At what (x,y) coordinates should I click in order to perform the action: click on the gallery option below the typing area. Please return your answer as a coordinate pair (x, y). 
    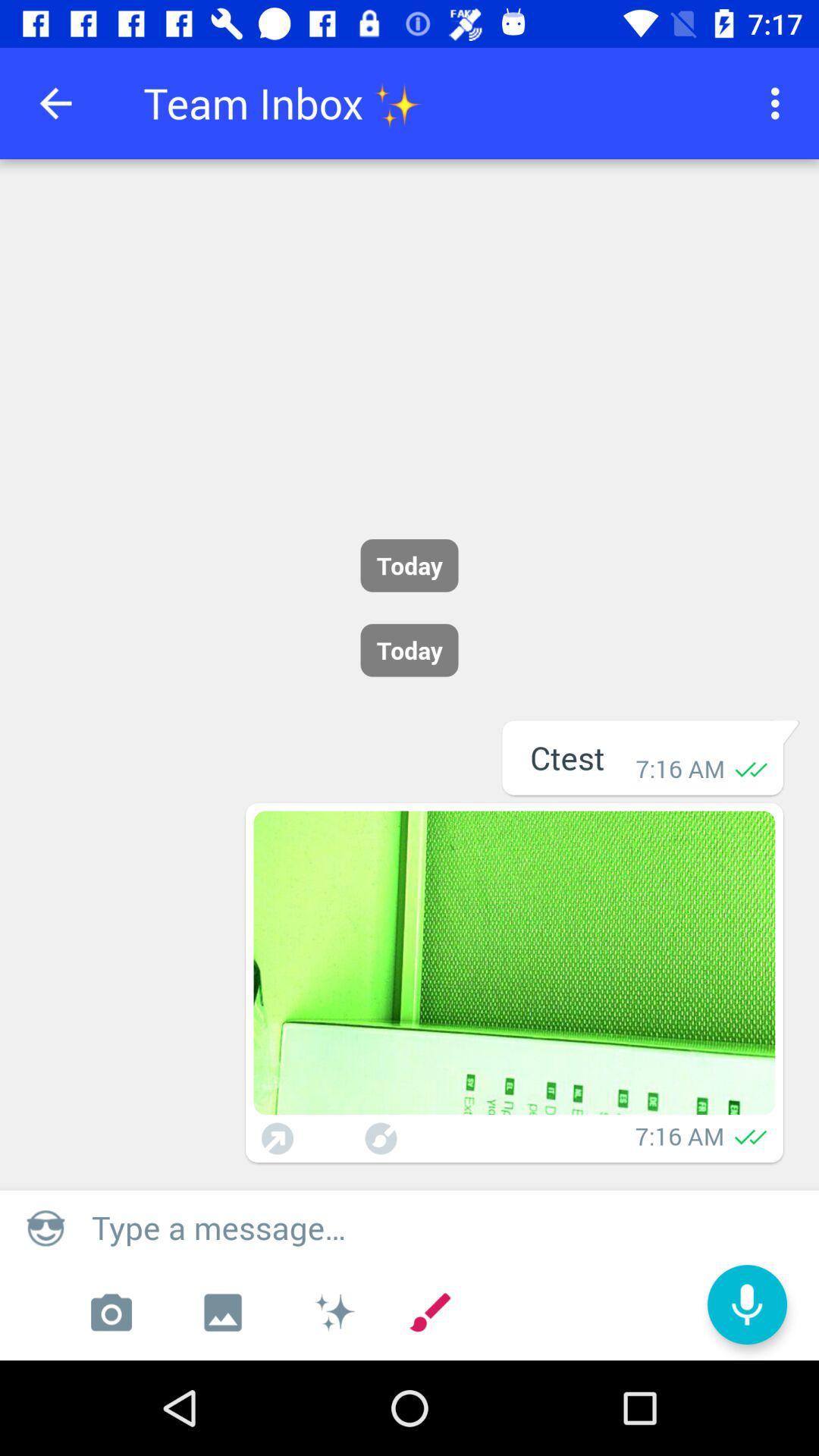
    Looking at the image, I should click on (222, 1312).